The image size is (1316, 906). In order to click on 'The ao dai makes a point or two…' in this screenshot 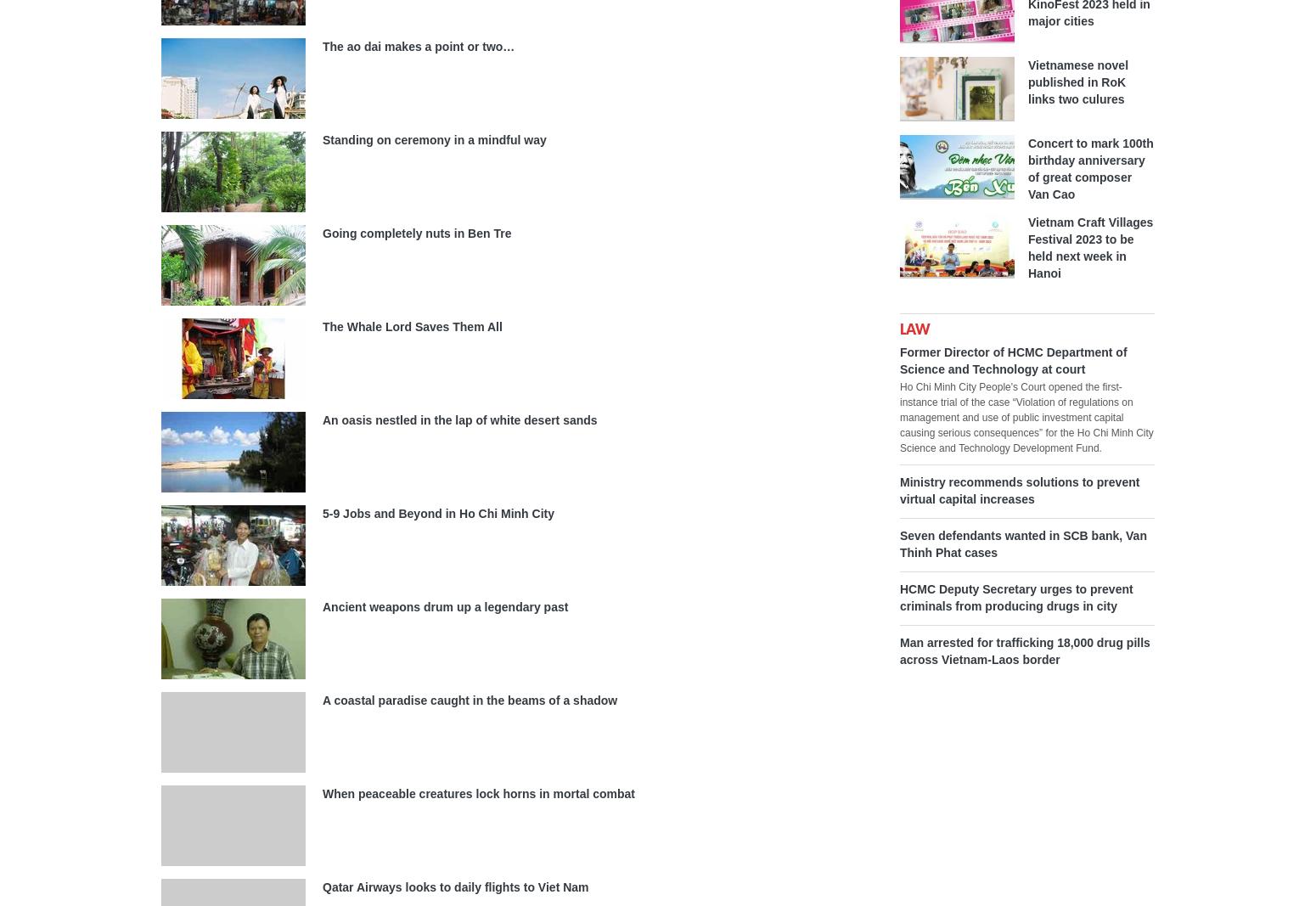, I will do `click(418, 45)`.